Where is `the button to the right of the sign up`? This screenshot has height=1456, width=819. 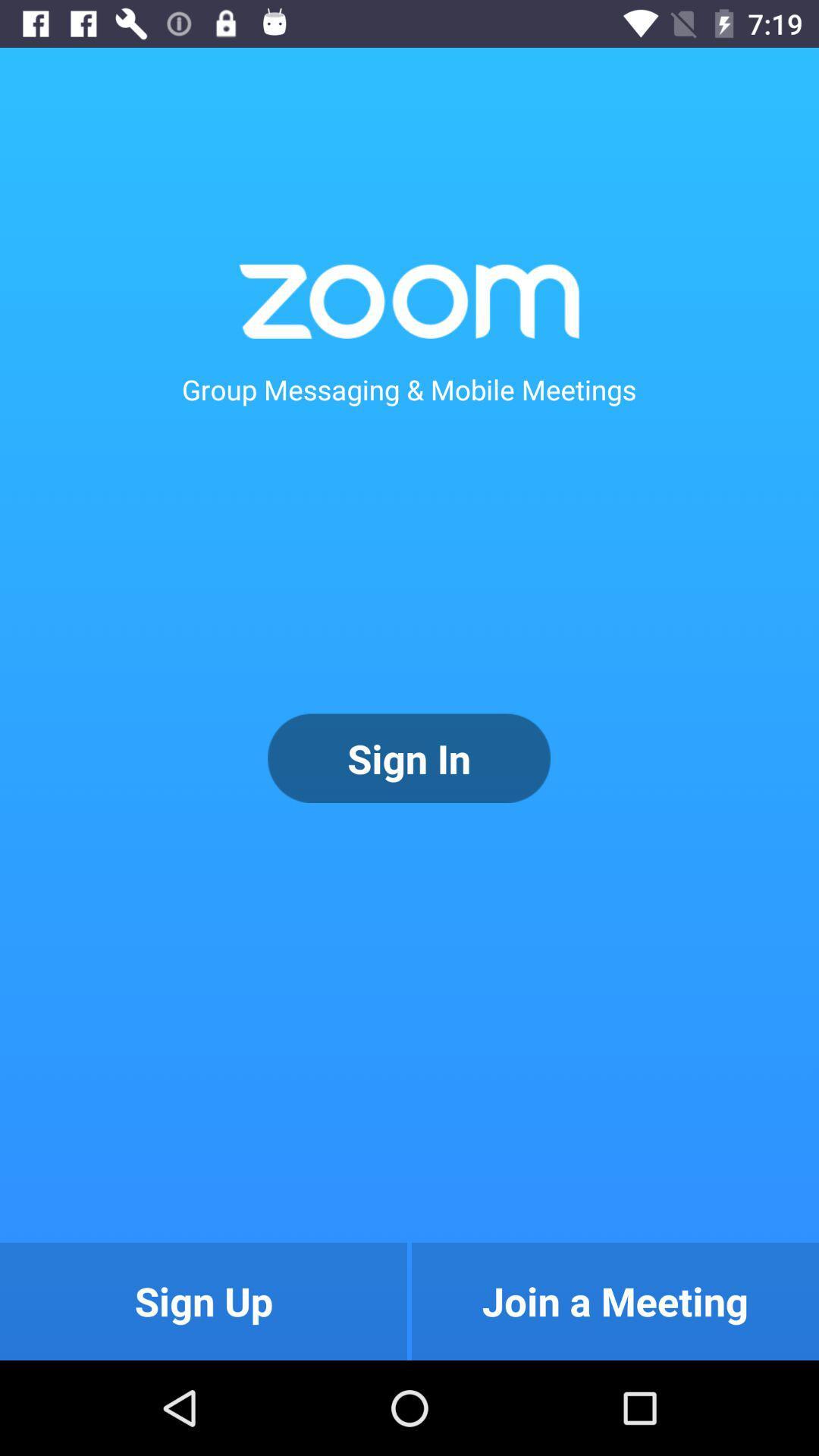
the button to the right of the sign up is located at coordinates (615, 1301).